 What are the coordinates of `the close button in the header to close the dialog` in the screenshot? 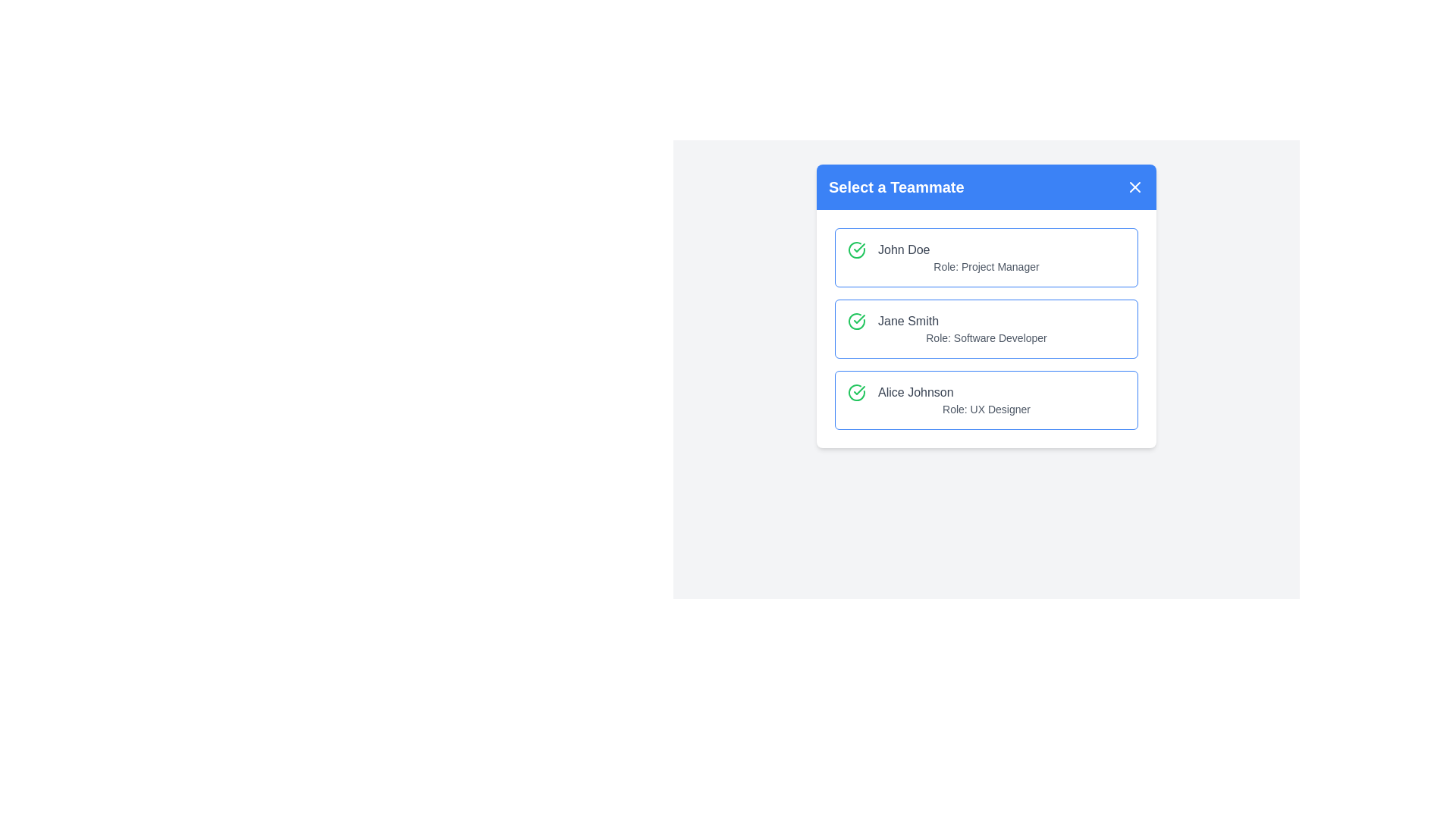 It's located at (1135, 186).